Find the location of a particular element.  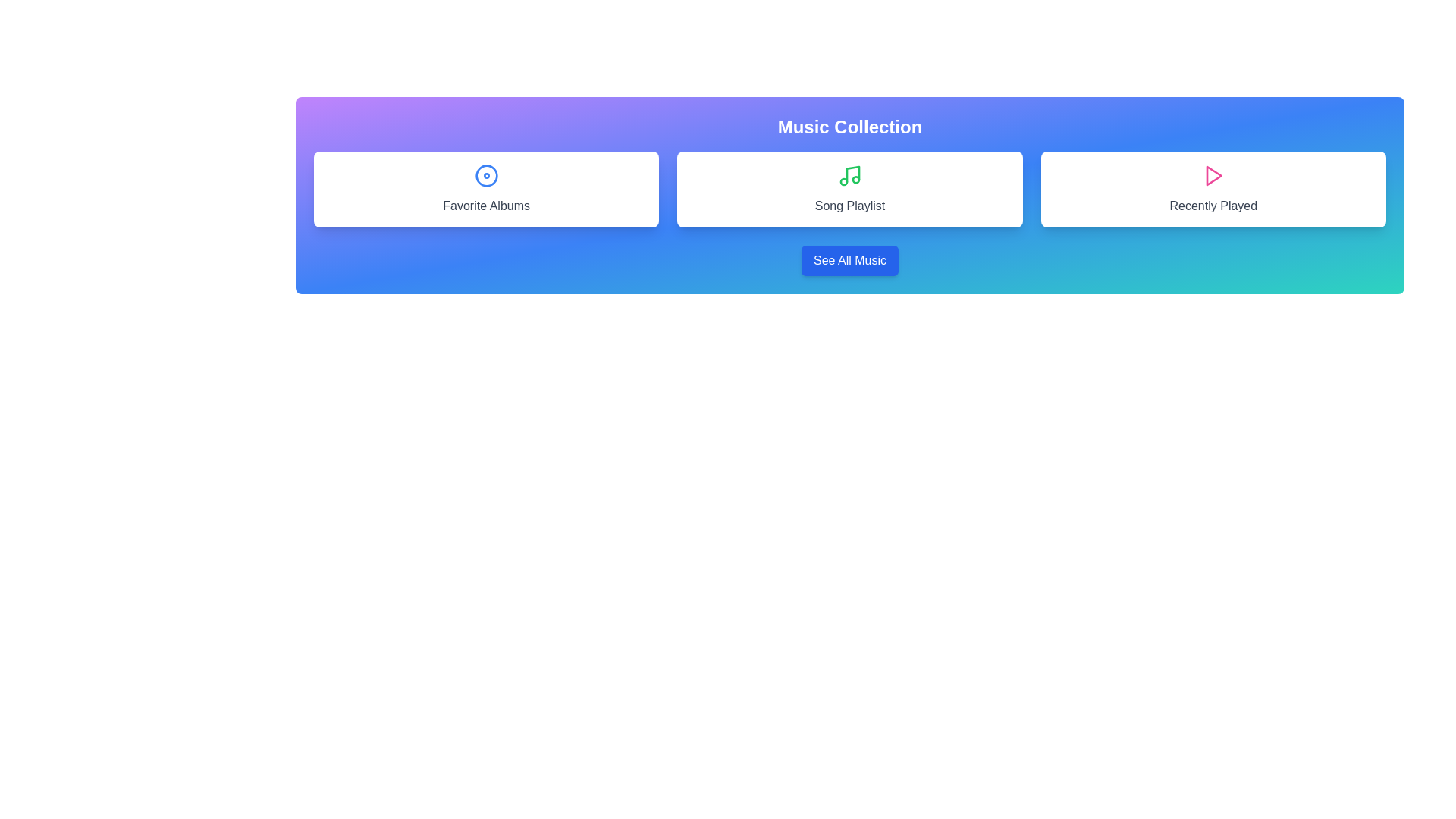

the information presented by the white rectangular card labeled 'Favorite Albums', which features a disc icon at the top center is located at coordinates (486, 189).